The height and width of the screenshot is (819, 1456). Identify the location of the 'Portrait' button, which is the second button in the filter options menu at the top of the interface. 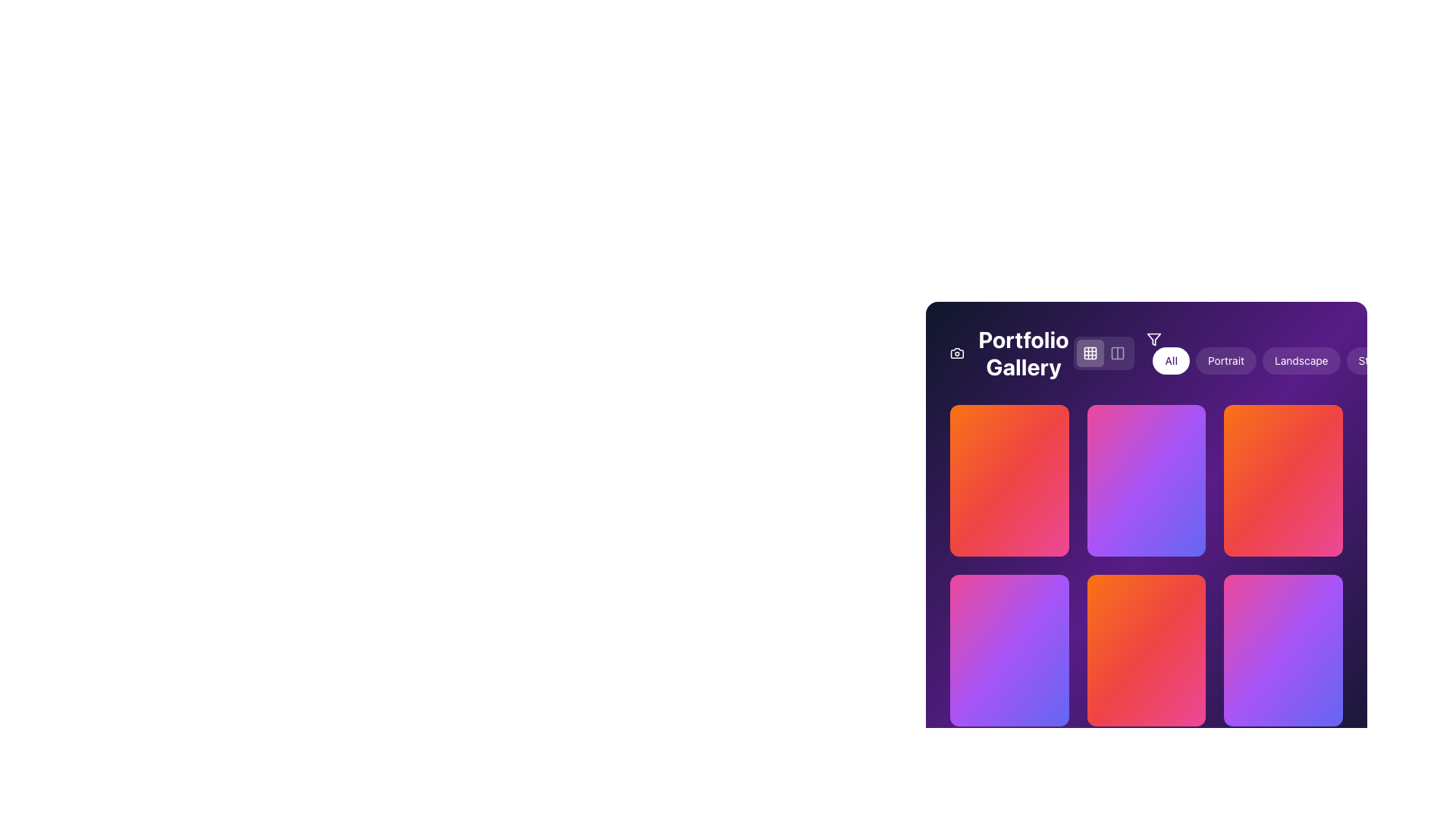
(1226, 360).